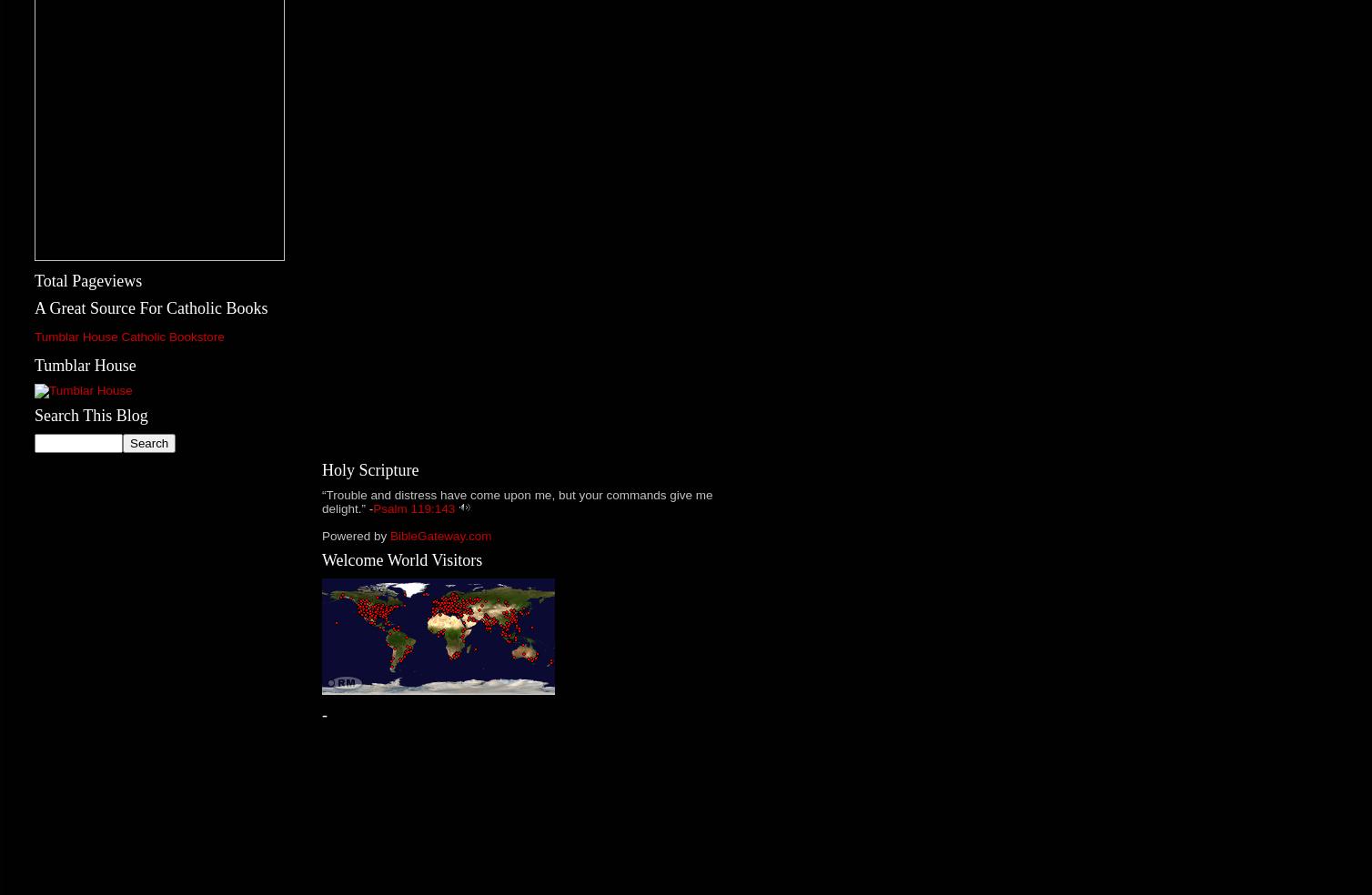  I want to click on 'Tumblar House Catholic Bookstore', so click(129, 337).